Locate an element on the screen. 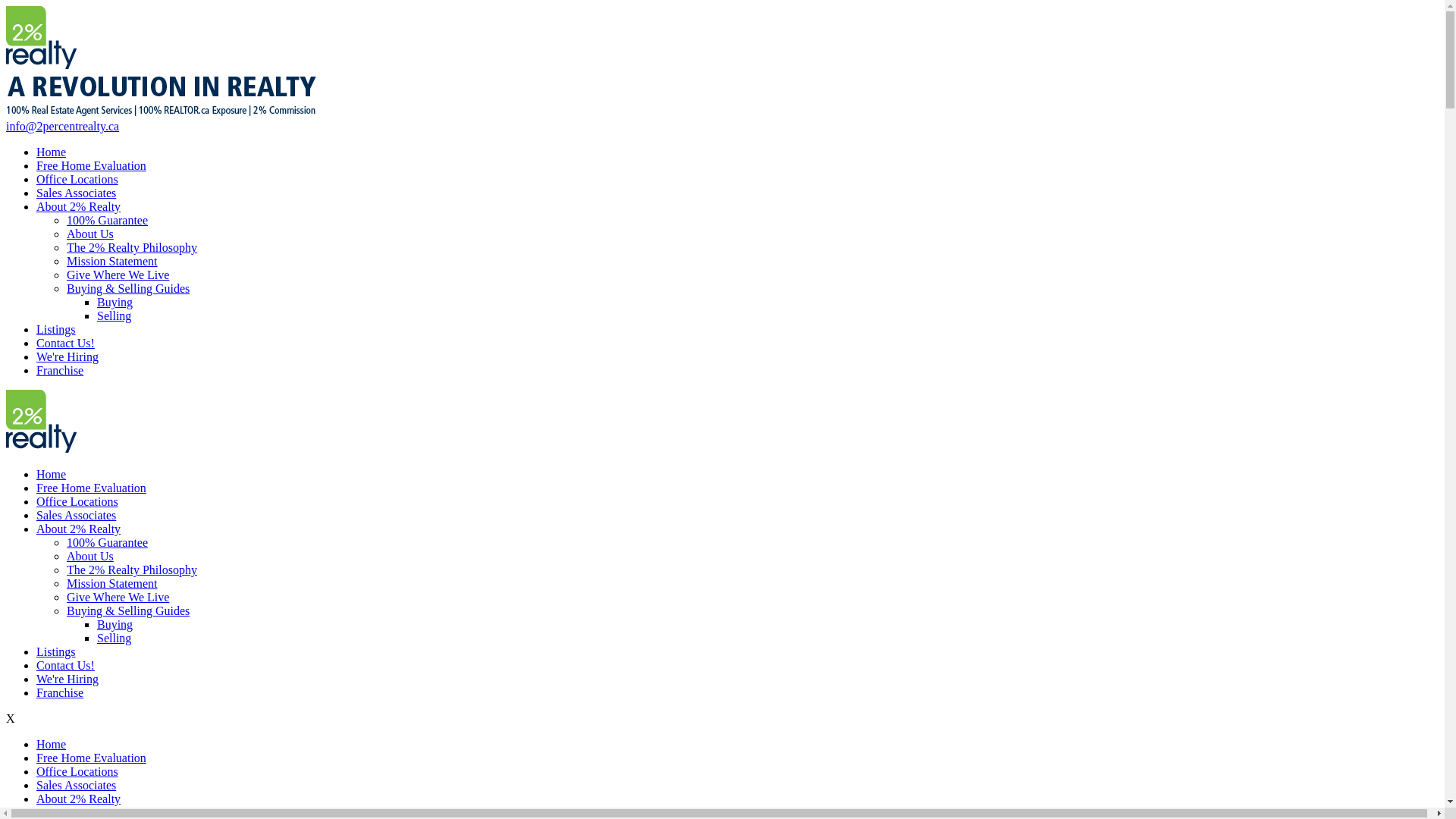  'Buying & Selling Guides' is located at coordinates (127, 288).